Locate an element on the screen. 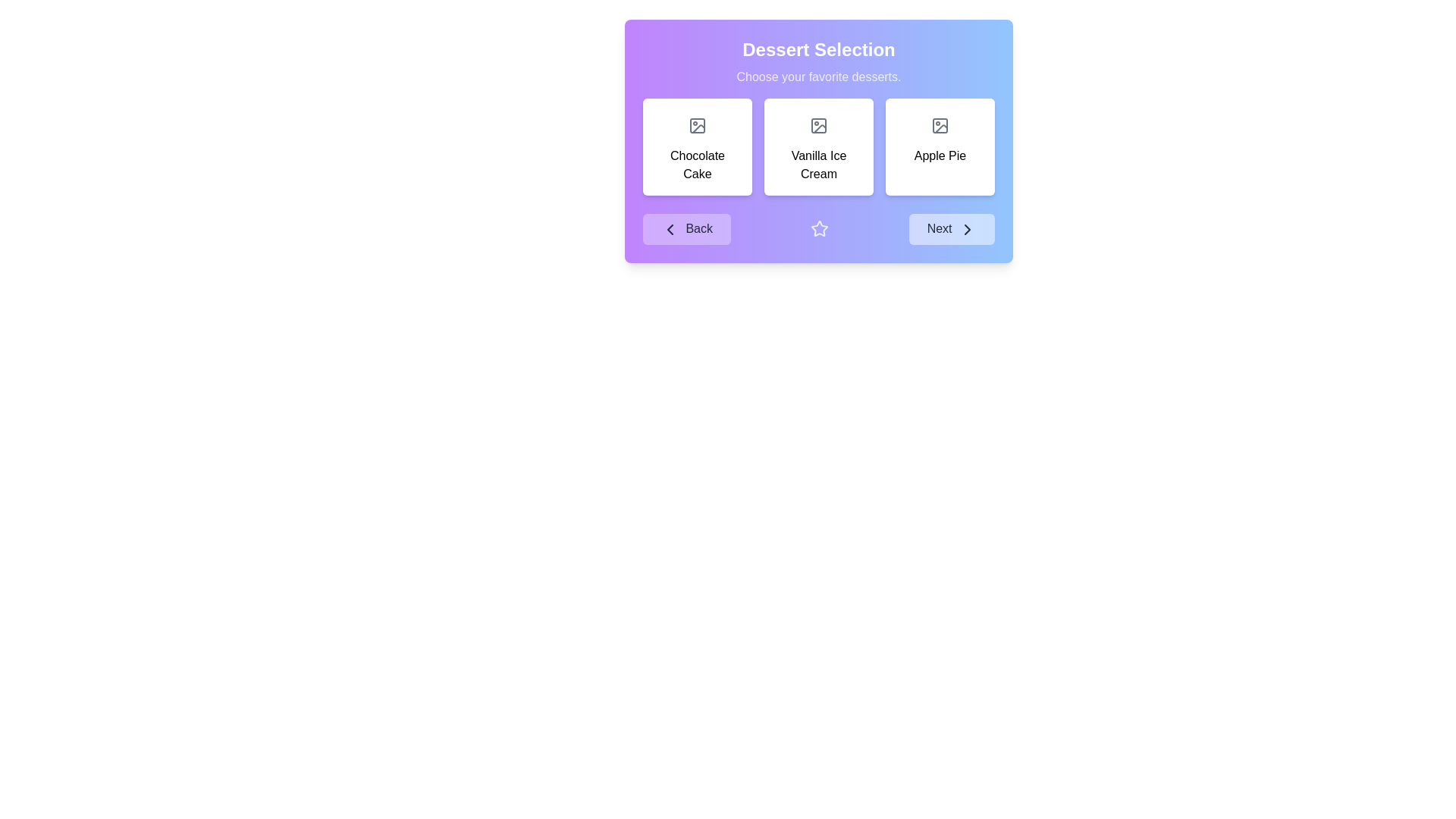 The width and height of the screenshot is (1456, 819). the small white rounded rectangle icon in the dessert selection interface, located under the 'Chocolate Cake' label is located at coordinates (697, 124).